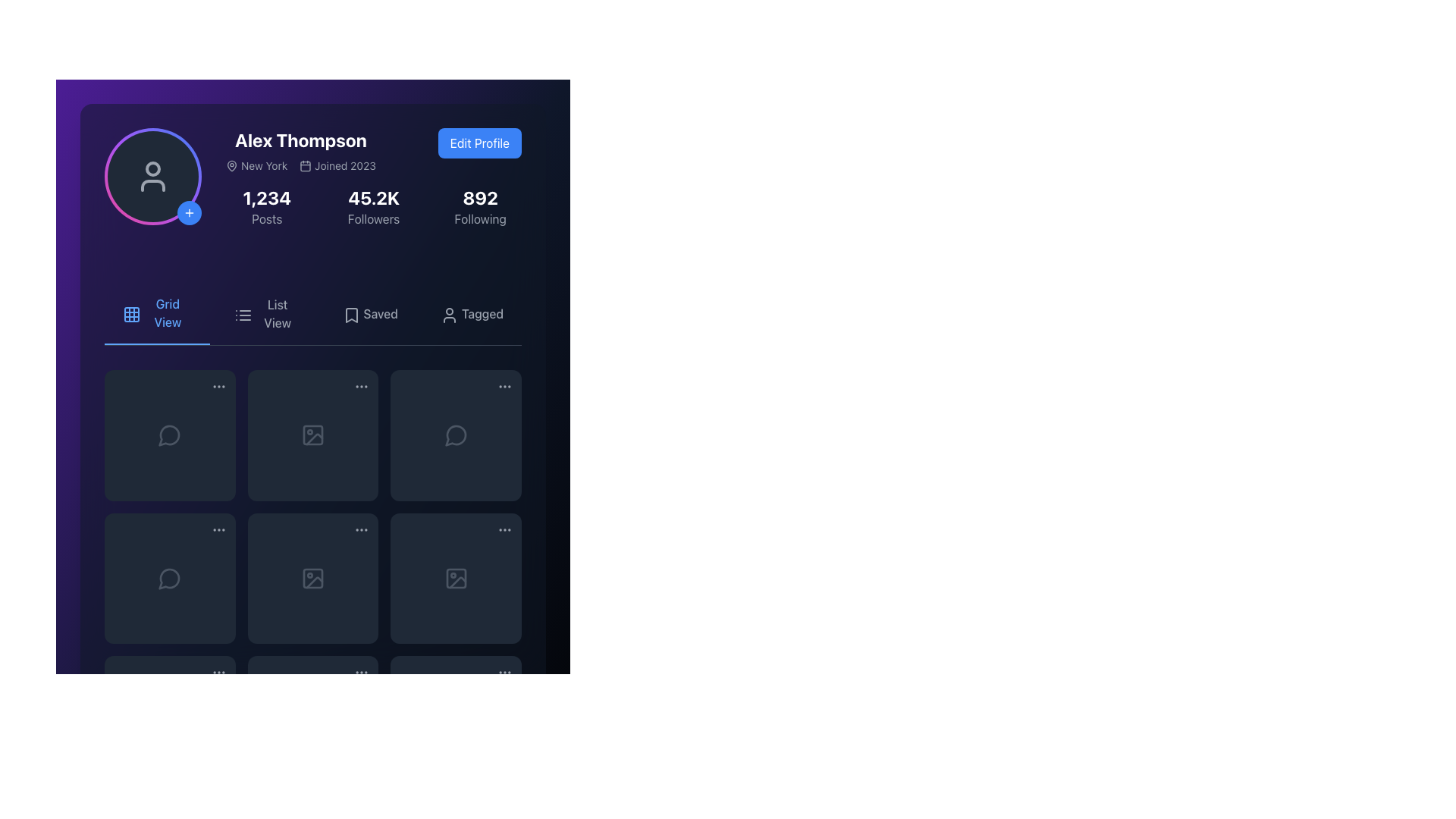  I want to click on the information represented by the calendar icon indicating 'Joined 2023' located to the left of the corresponding text in the user profile section, so click(305, 166).